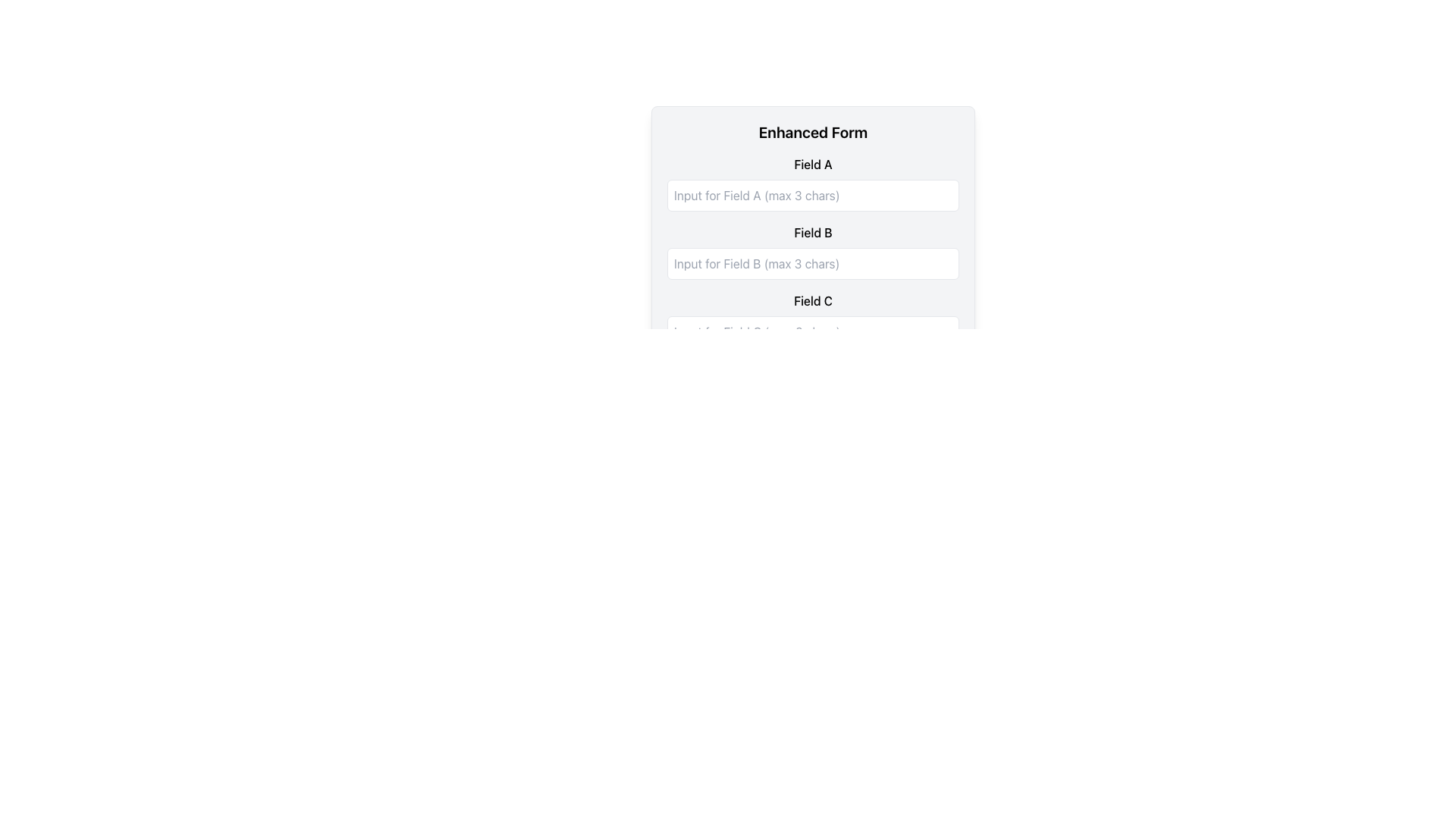 This screenshot has height=819, width=1456. I want to click on text into the text input field located below 'Field A' and above 'Field C', so click(812, 256).